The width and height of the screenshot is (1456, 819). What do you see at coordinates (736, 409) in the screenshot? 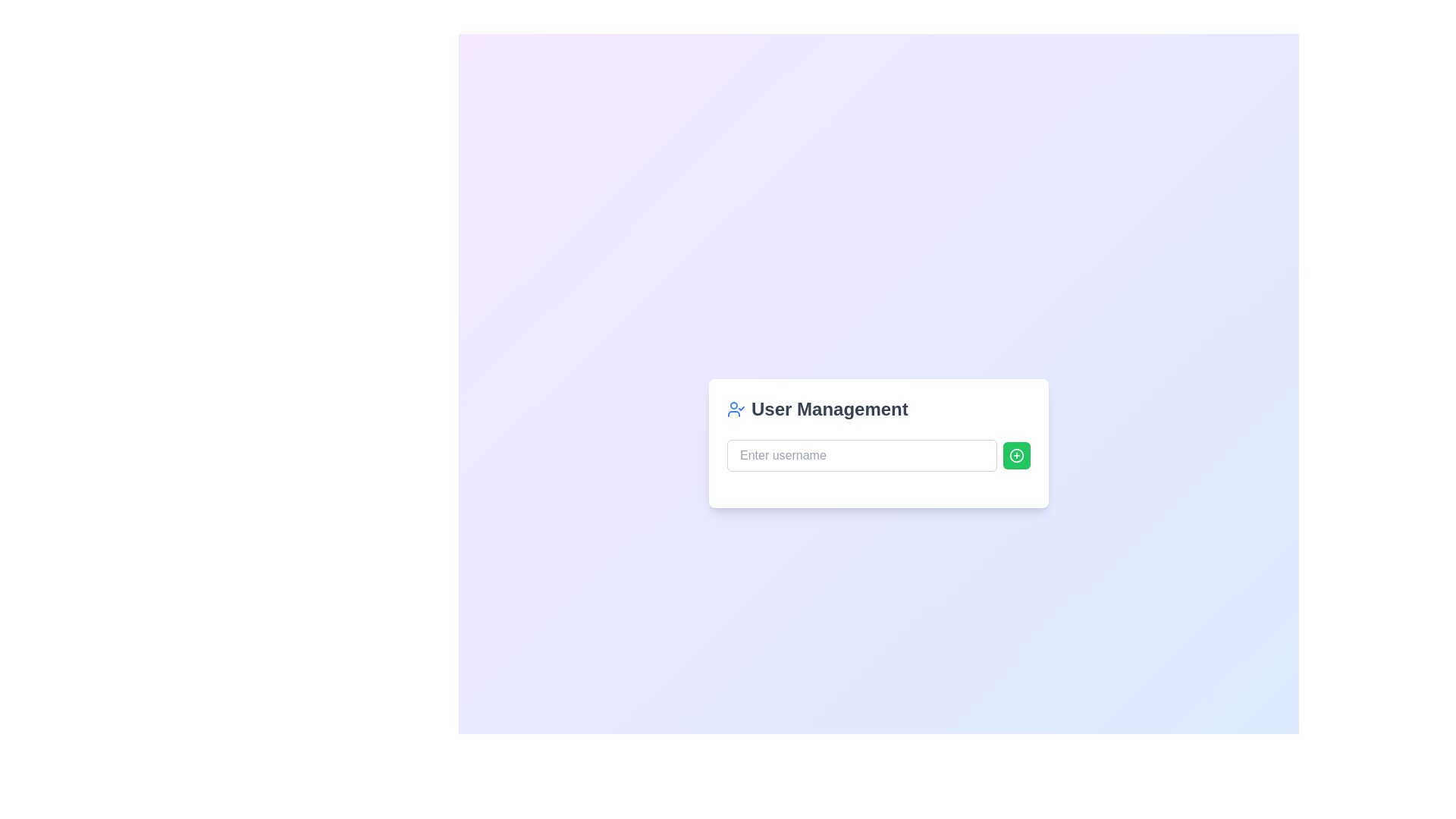
I see `the user silhouette icon with a checkmark, located to the left of the 'User Management' text in the title area` at bounding box center [736, 409].